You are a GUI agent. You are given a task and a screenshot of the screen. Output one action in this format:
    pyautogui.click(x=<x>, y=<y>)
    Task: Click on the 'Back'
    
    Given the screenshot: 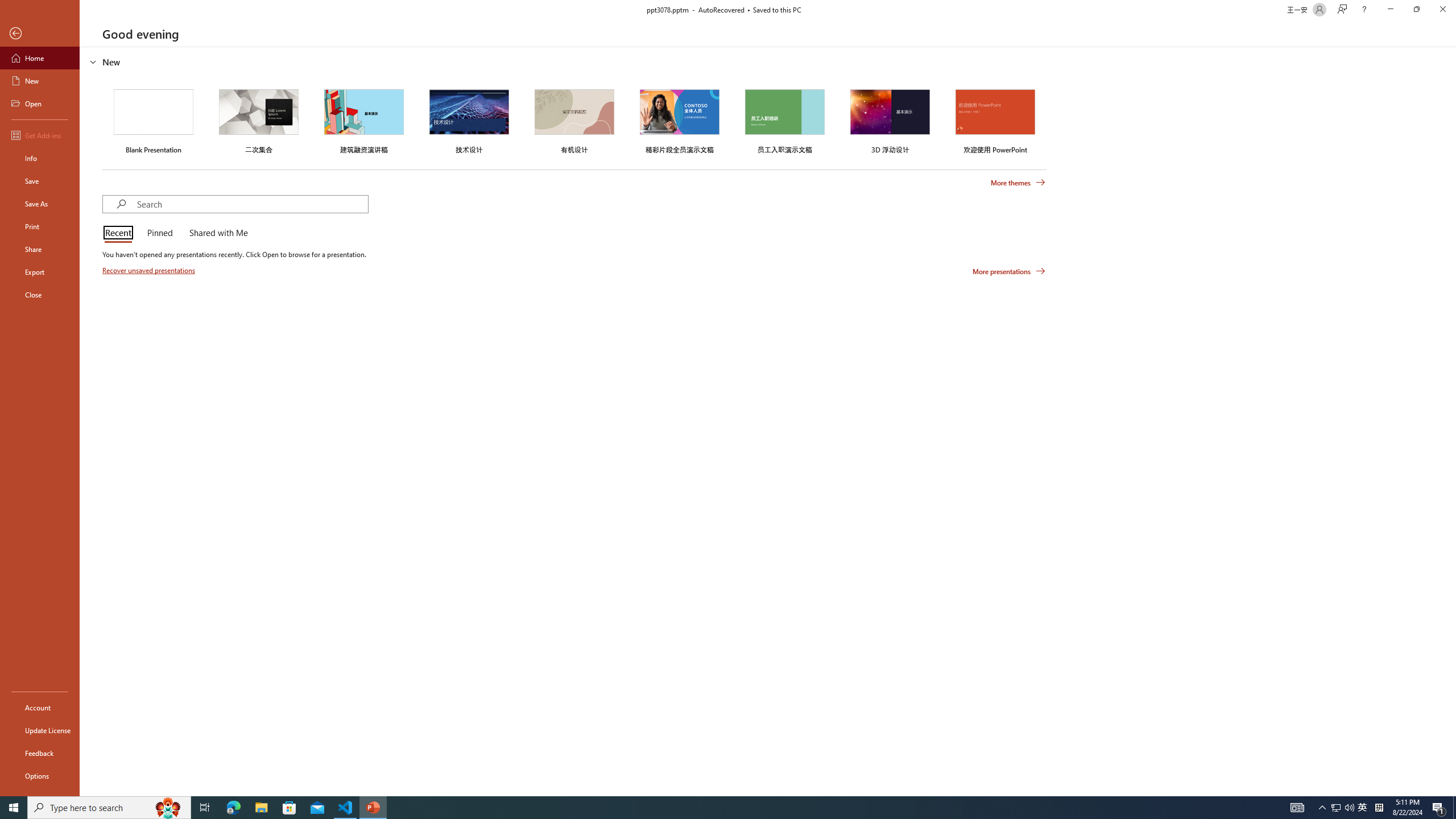 What is the action you would take?
    pyautogui.click(x=39, y=33)
    